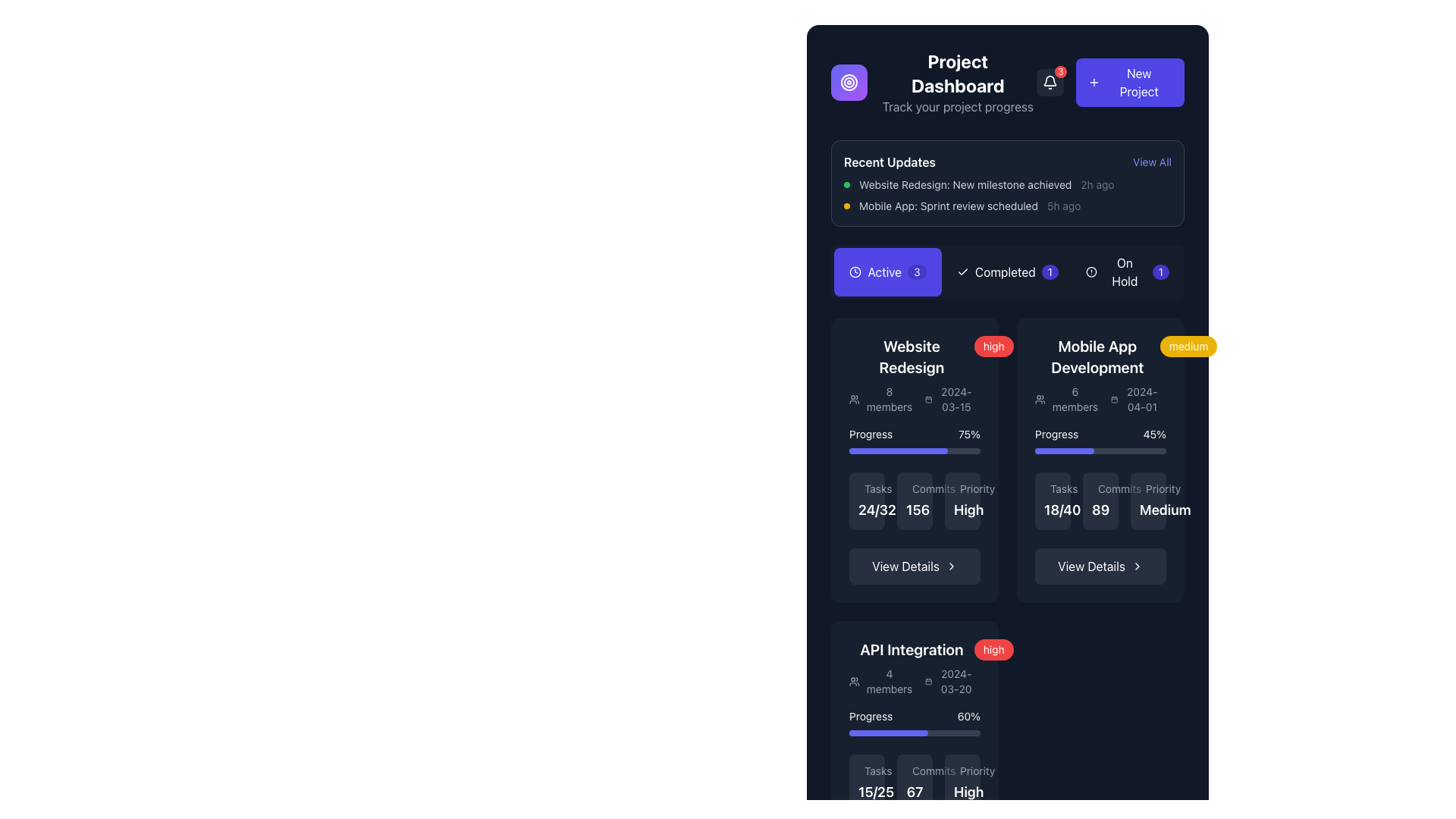 This screenshot has height=819, width=1456. I want to click on the static text label displaying 'High' in the 'Priority' field of the 'API Integration' card located at the bottom-right section of the grouping, so click(962, 783).